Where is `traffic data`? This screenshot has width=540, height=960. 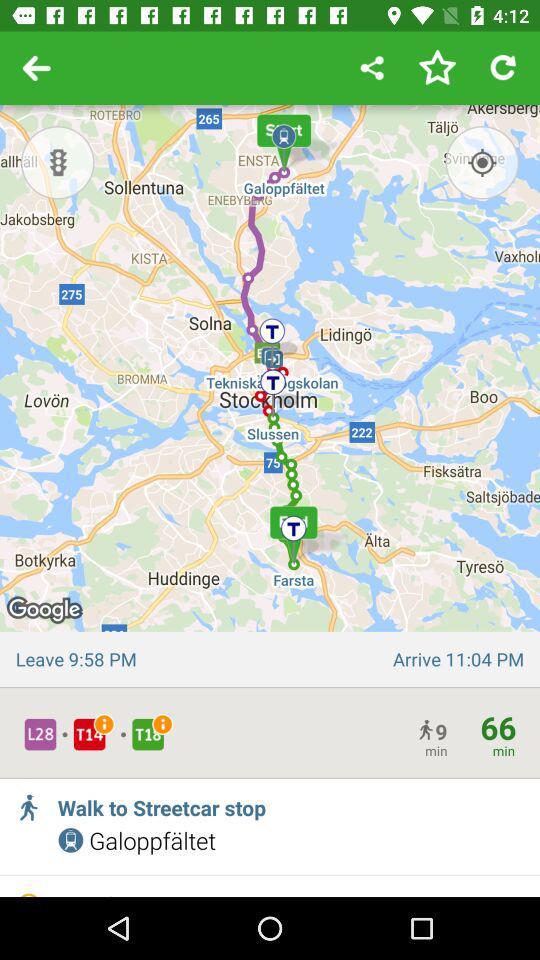 traffic data is located at coordinates (57, 161).